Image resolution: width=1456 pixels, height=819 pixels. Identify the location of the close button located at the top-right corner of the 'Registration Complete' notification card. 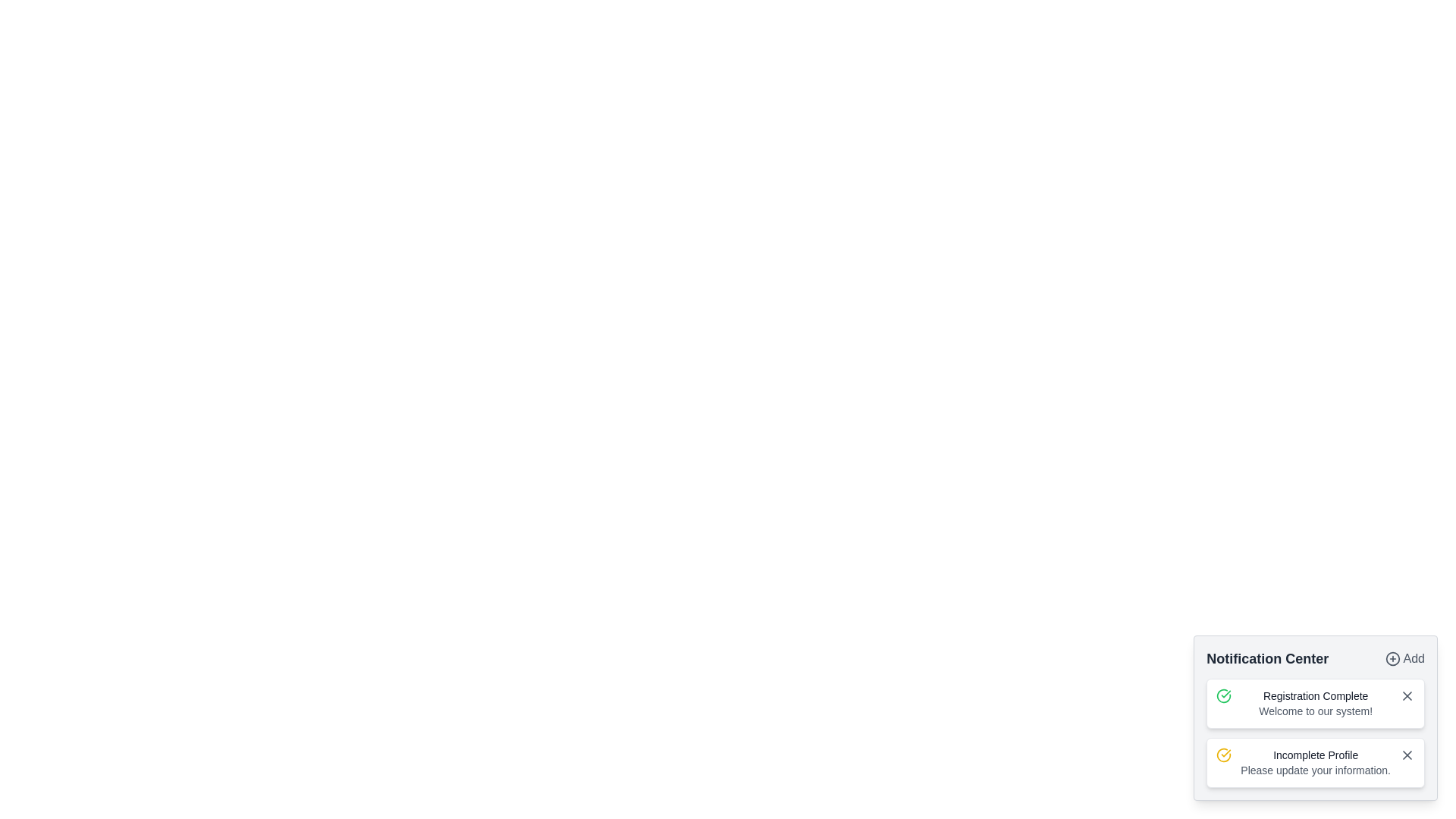
(1407, 696).